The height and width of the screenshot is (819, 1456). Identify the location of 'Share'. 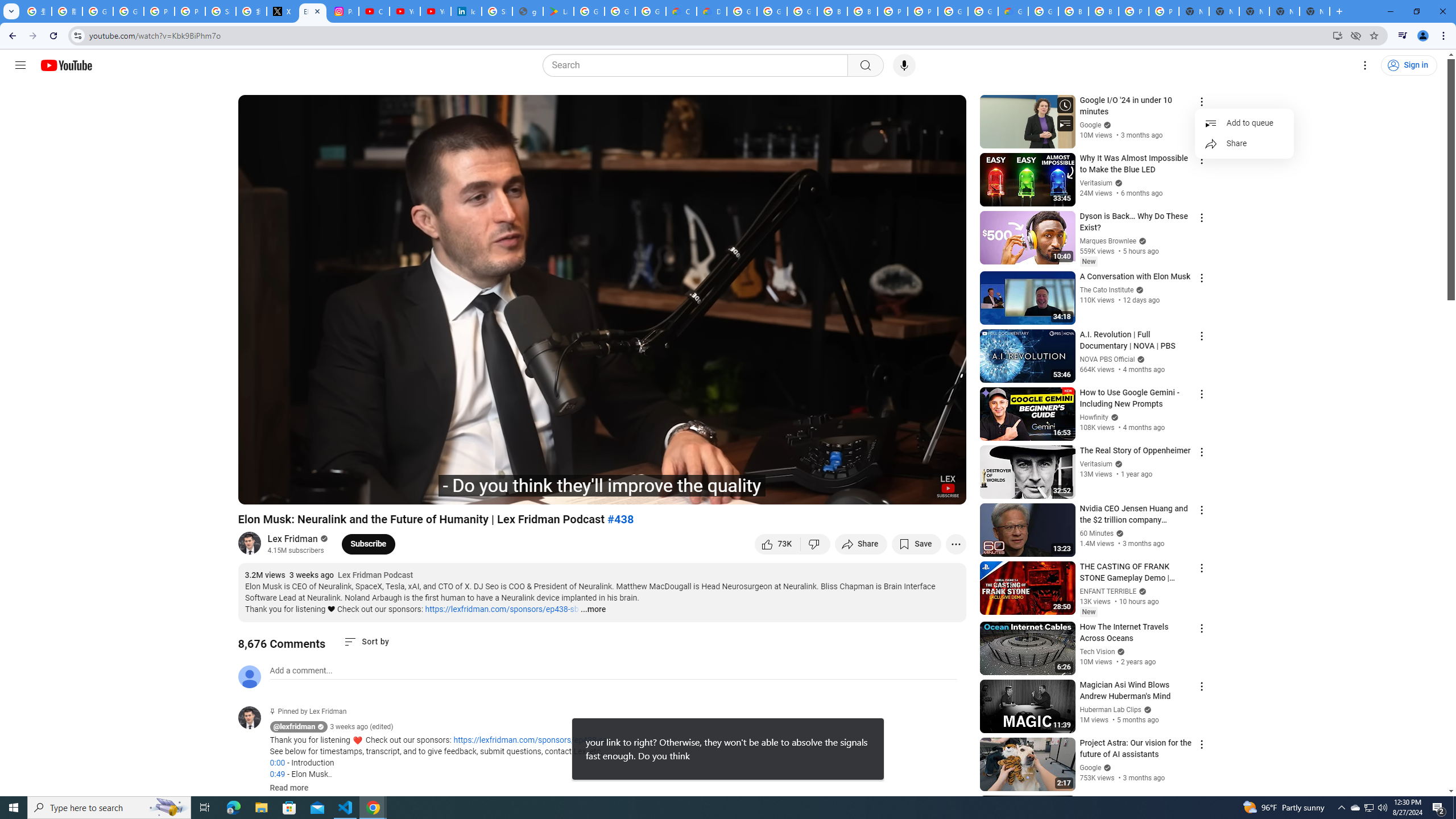
(1243, 143).